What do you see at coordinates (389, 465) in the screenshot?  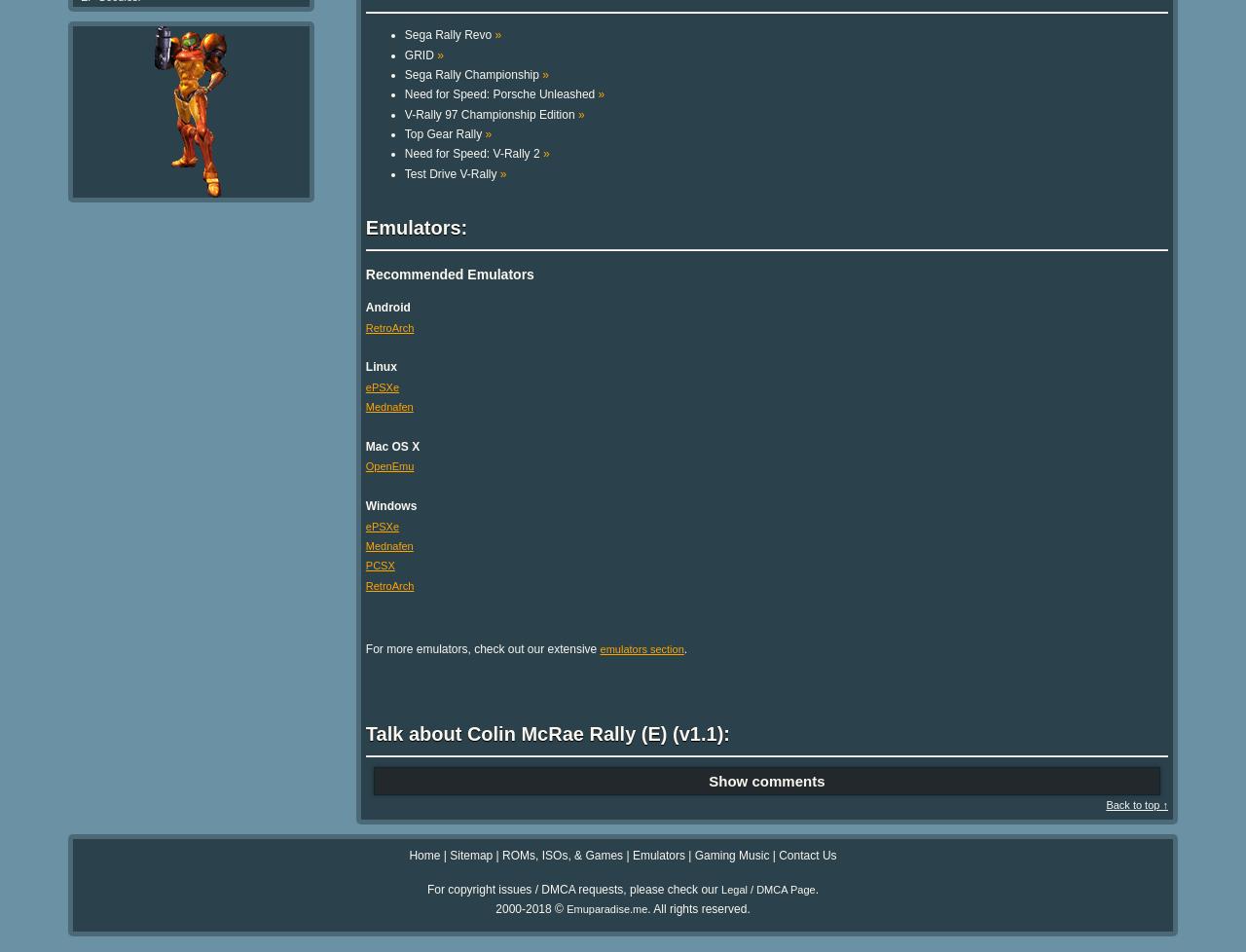 I see `'OpenEmu'` at bounding box center [389, 465].